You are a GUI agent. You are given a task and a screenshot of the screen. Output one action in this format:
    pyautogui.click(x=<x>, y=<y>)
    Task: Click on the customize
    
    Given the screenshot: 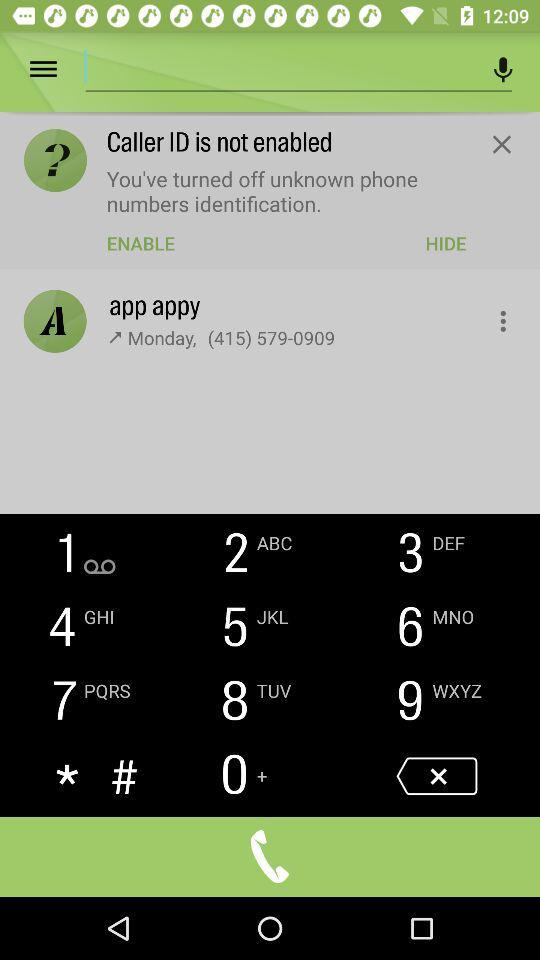 What is the action you would take?
    pyautogui.click(x=491, y=316)
    